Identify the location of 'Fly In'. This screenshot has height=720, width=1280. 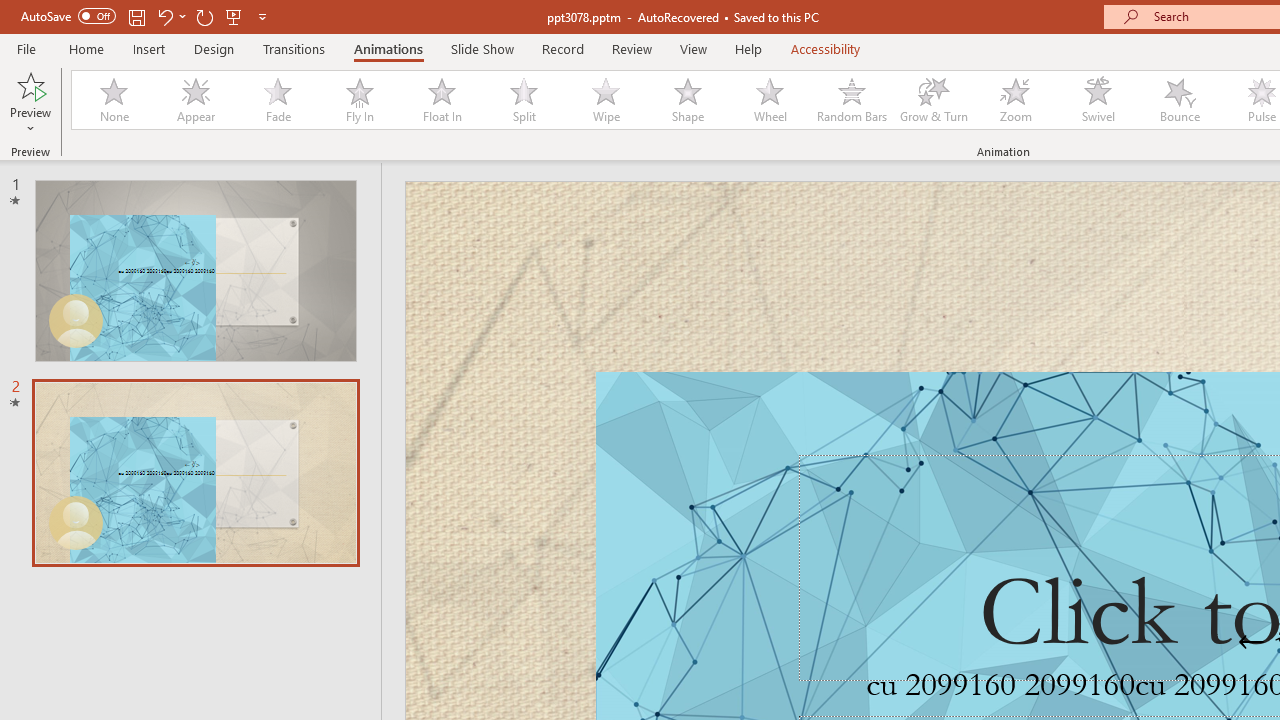
(359, 100).